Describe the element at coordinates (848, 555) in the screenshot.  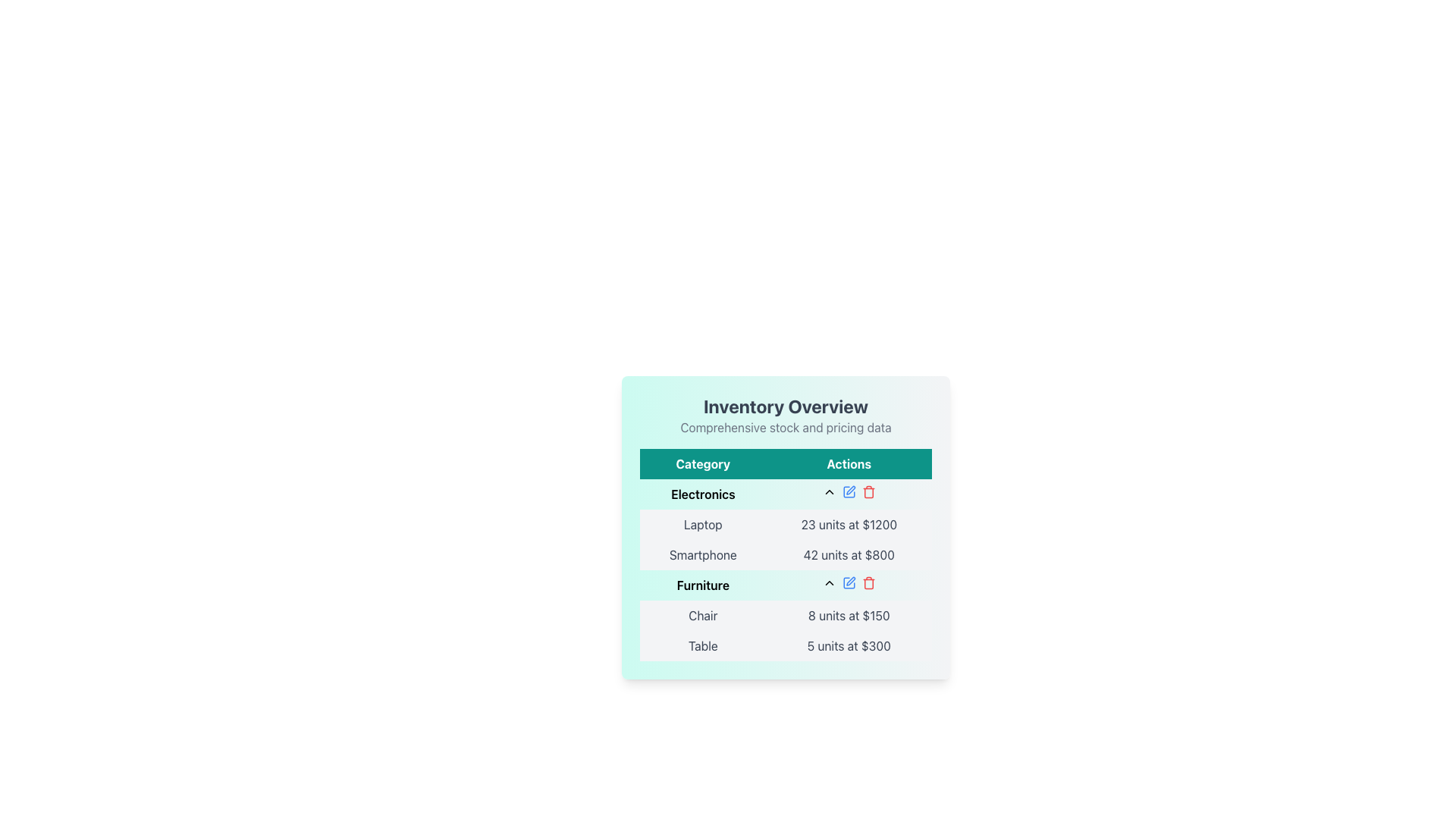
I see `the Text Label displaying '42 units at $800' in the 'Electronics' category of the 'Inventory Overview' table, located next to the 'Smartphone' label` at that location.